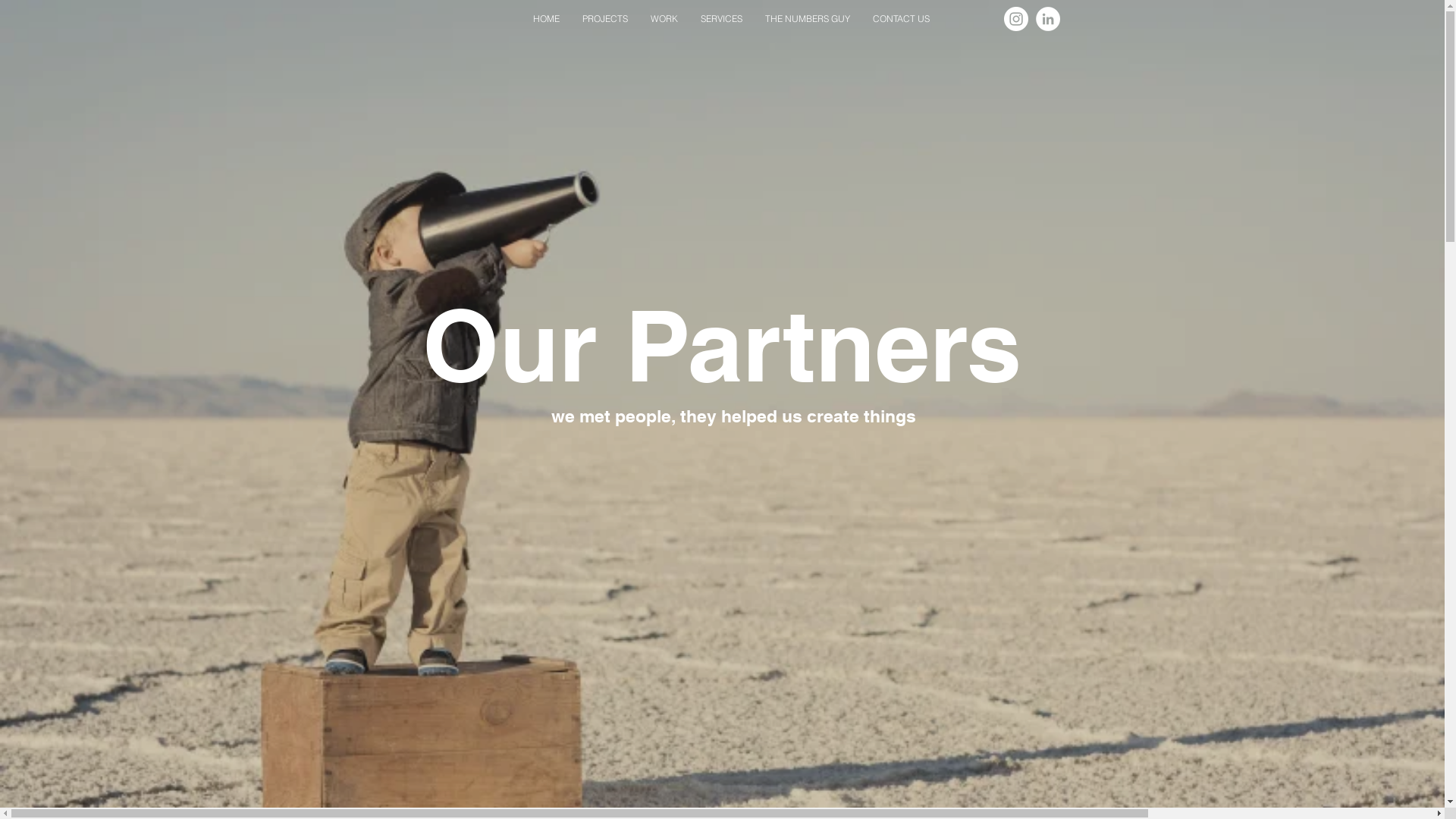 The height and width of the screenshot is (819, 1456). What do you see at coordinates (688, 18) in the screenshot?
I see `'SERVICES'` at bounding box center [688, 18].